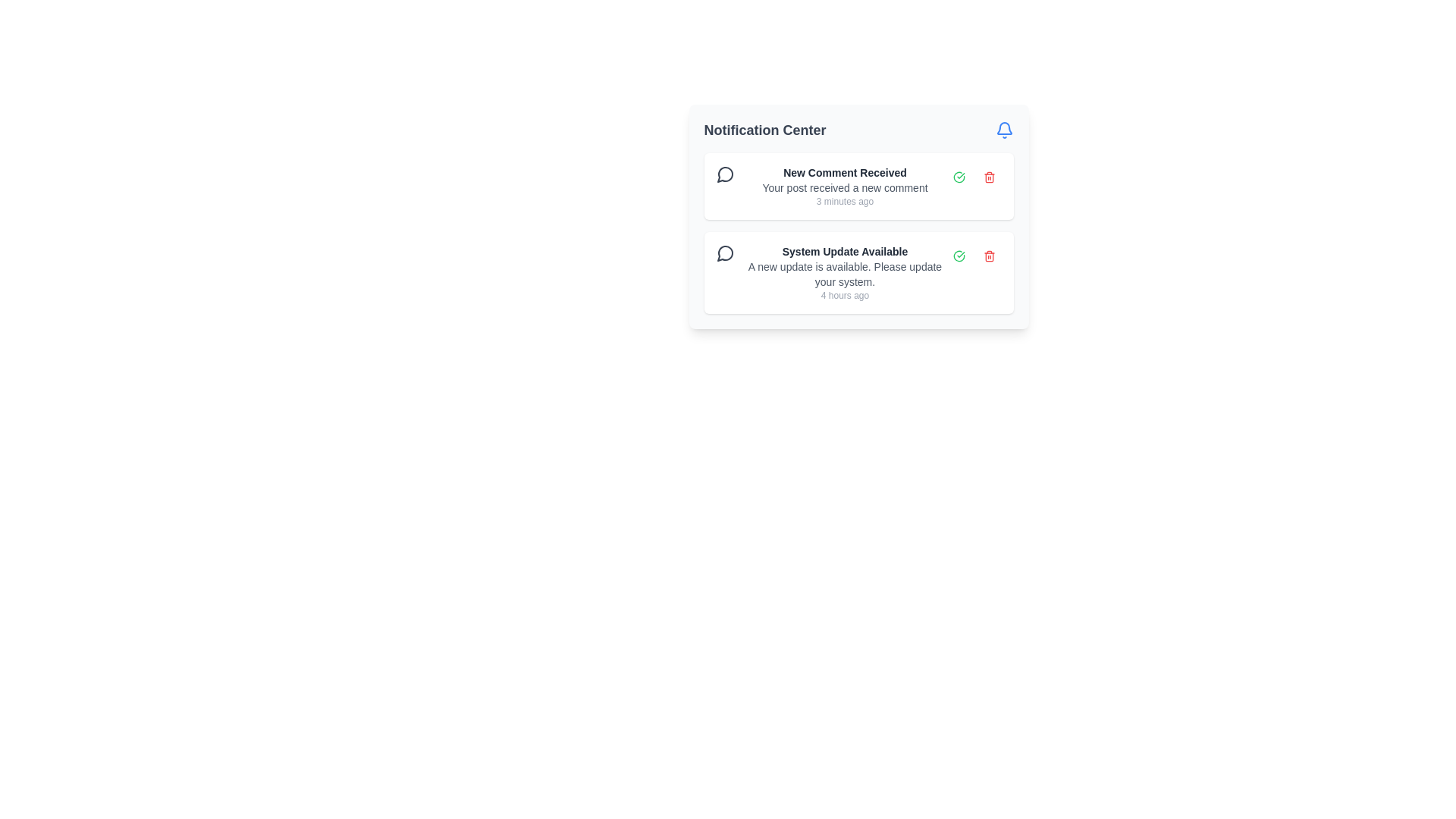 The image size is (1456, 819). What do you see at coordinates (723, 174) in the screenshot?
I see `the speech bubble icon representing a comment or message in the 'New Comment Received' notification card located at the top of the Notification Center` at bounding box center [723, 174].